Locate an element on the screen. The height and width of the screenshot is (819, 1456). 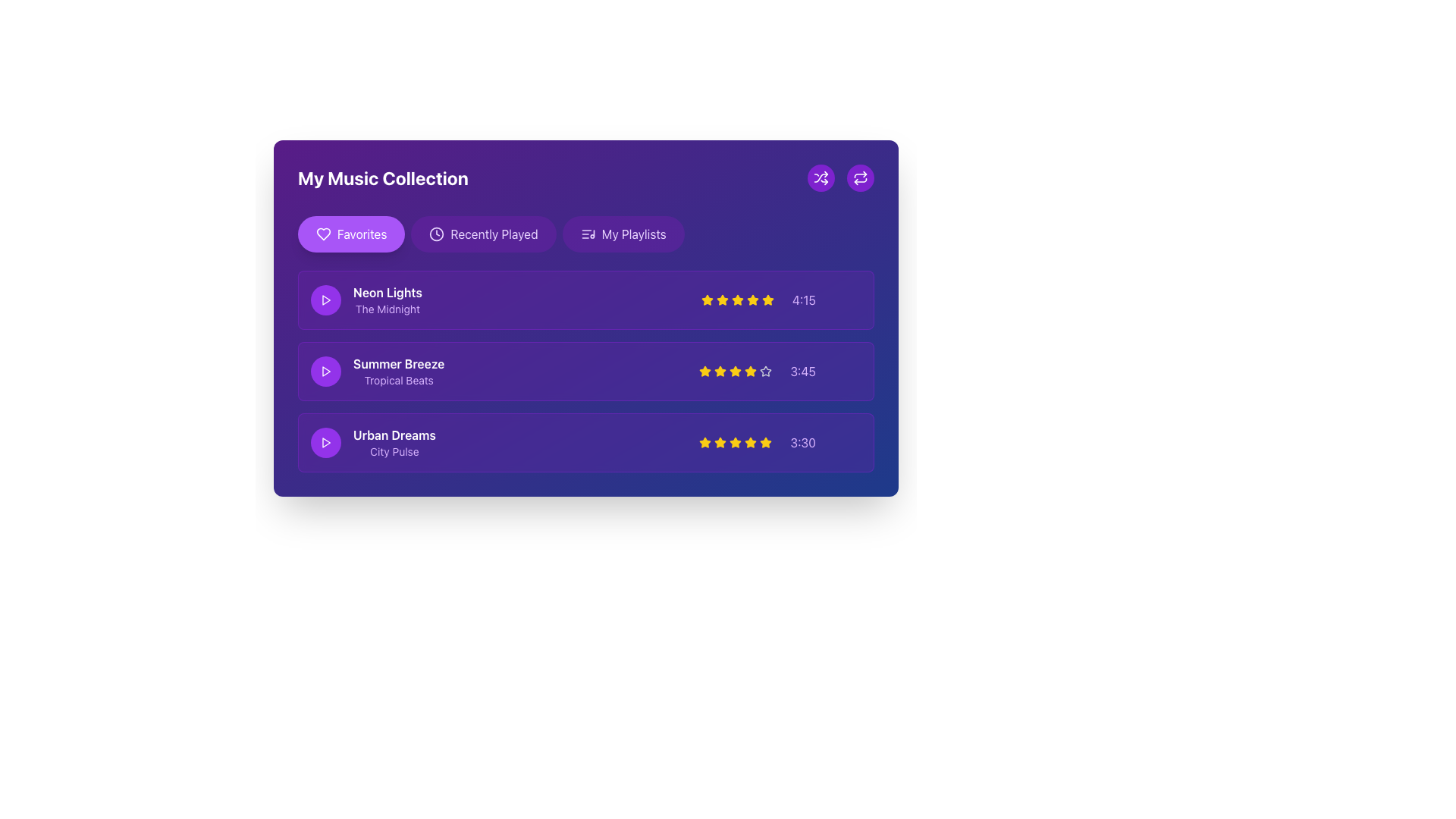
the play button located to the left of the text 'Urban Dreams' in the playlist to play the associated track is located at coordinates (325, 442).